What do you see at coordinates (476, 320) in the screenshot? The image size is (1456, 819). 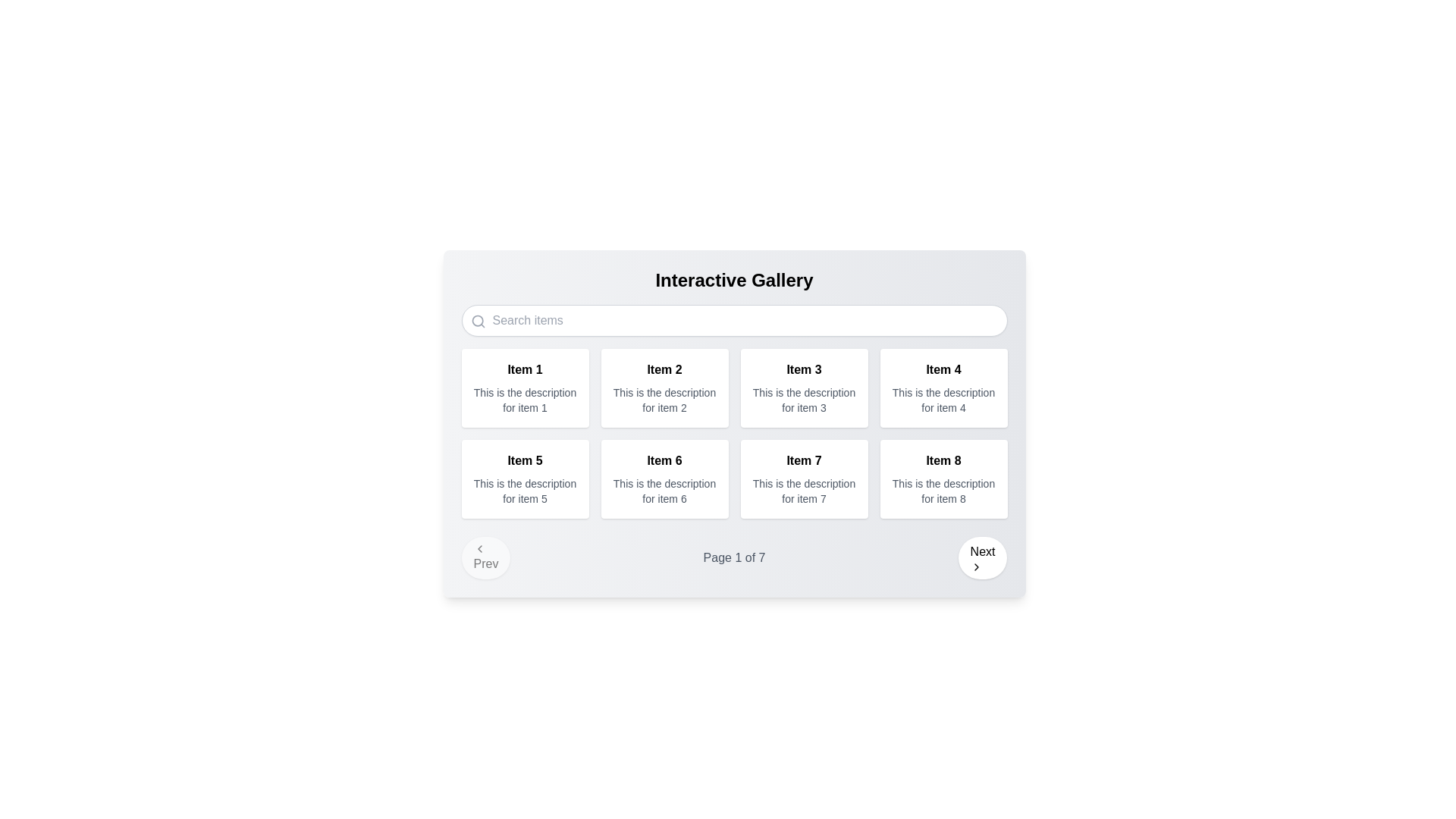 I see `the circle outline of the magnifying glass icon located in the top-left corner of the search bar to signify search functionality` at bounding box center [476, 320].